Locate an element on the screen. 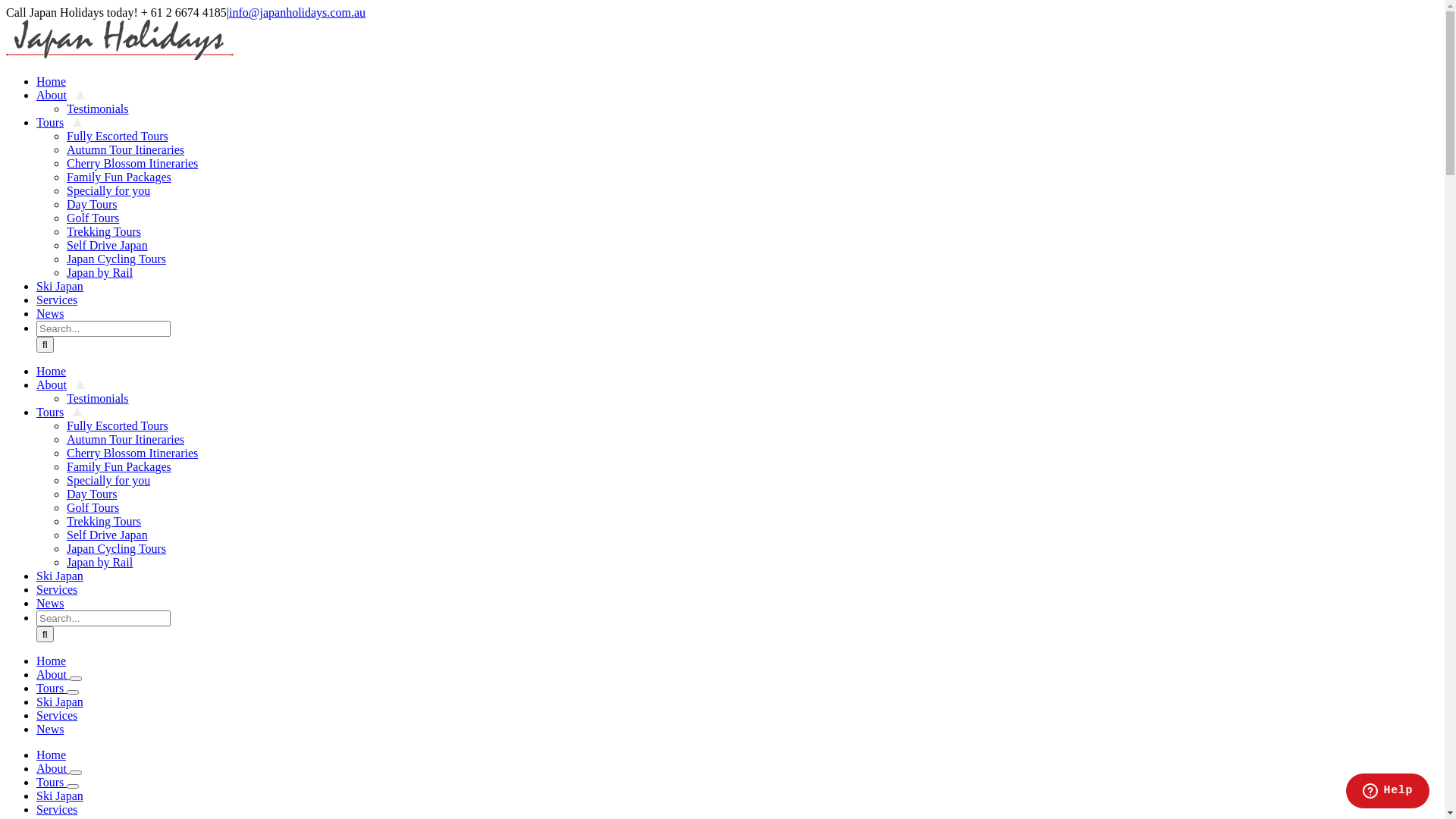 The width and height of the screenshot is (1456, 819). 'About' is located at coordinates (61, 95).